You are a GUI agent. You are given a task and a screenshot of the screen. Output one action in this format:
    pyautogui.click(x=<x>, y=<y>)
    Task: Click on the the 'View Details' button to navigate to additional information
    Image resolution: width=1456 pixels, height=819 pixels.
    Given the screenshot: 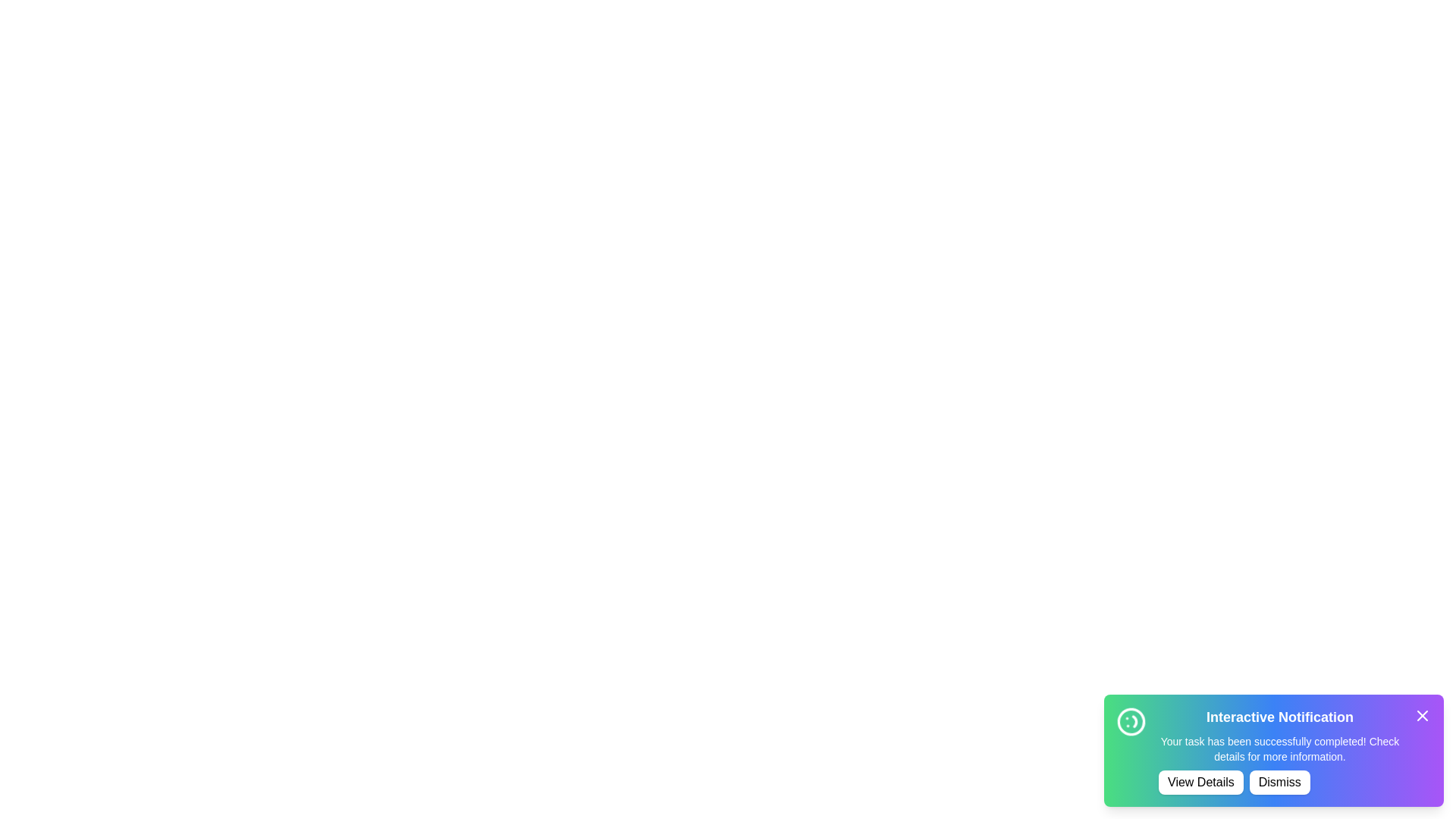 What is the action you would take?
    pyautogui.click(x=1200, y=783)
    